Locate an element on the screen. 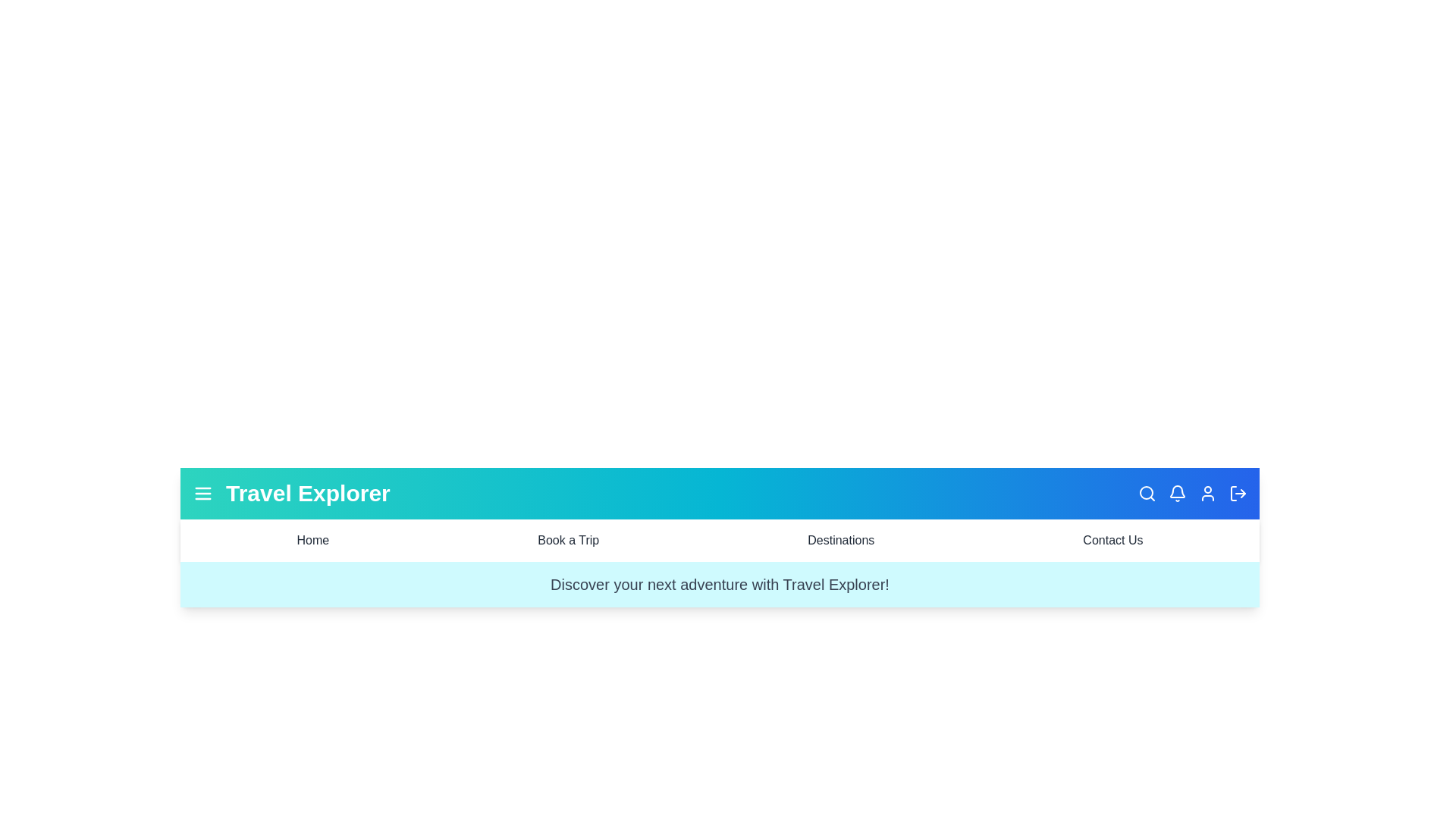 This screenshot has width=1456, height=819. the navigation link labeled Destinations is located at coordinates (840, 540).